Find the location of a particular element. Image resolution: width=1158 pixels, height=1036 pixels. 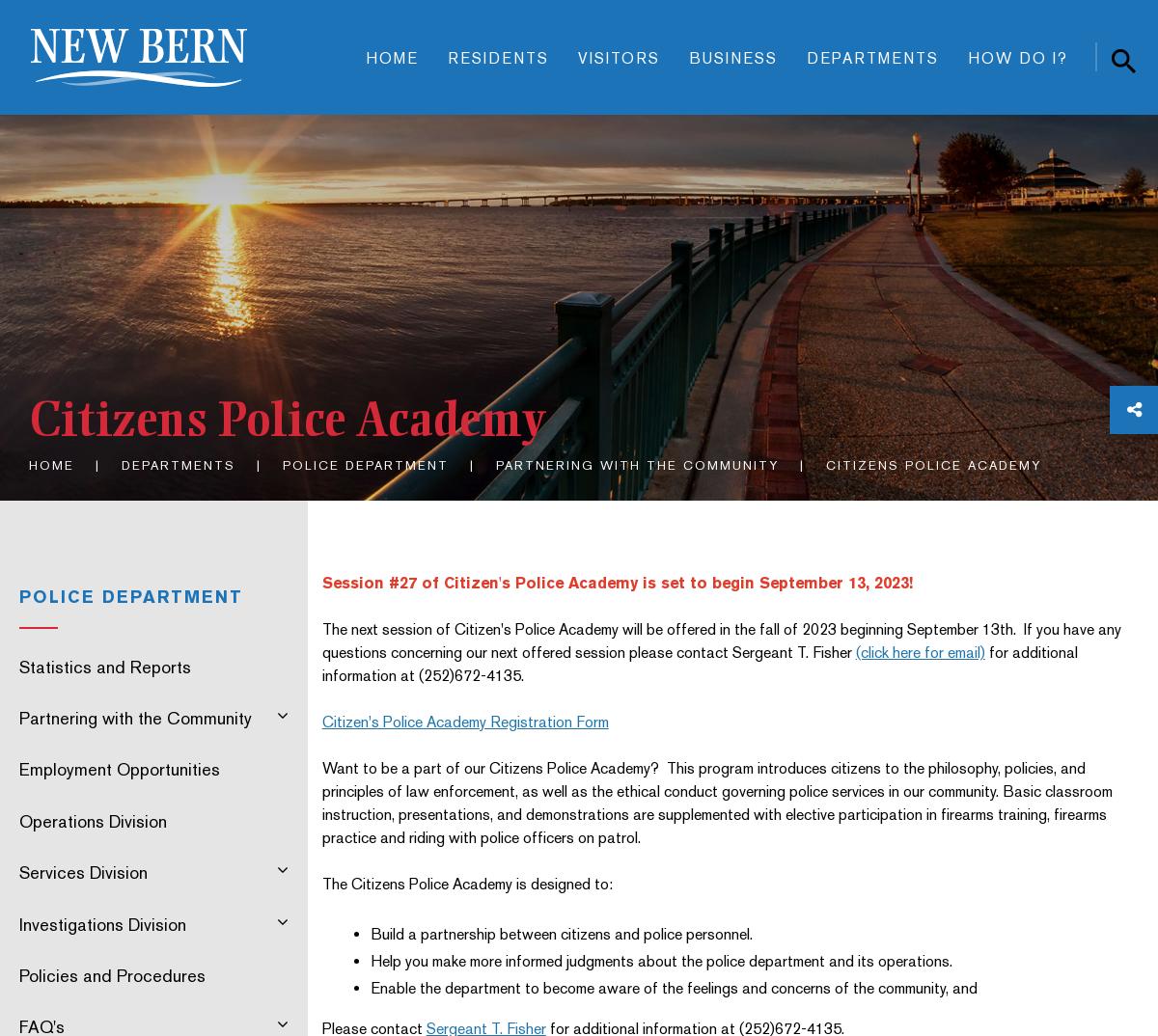

'Policies and Procedures' is located at coordinates (112, 973).